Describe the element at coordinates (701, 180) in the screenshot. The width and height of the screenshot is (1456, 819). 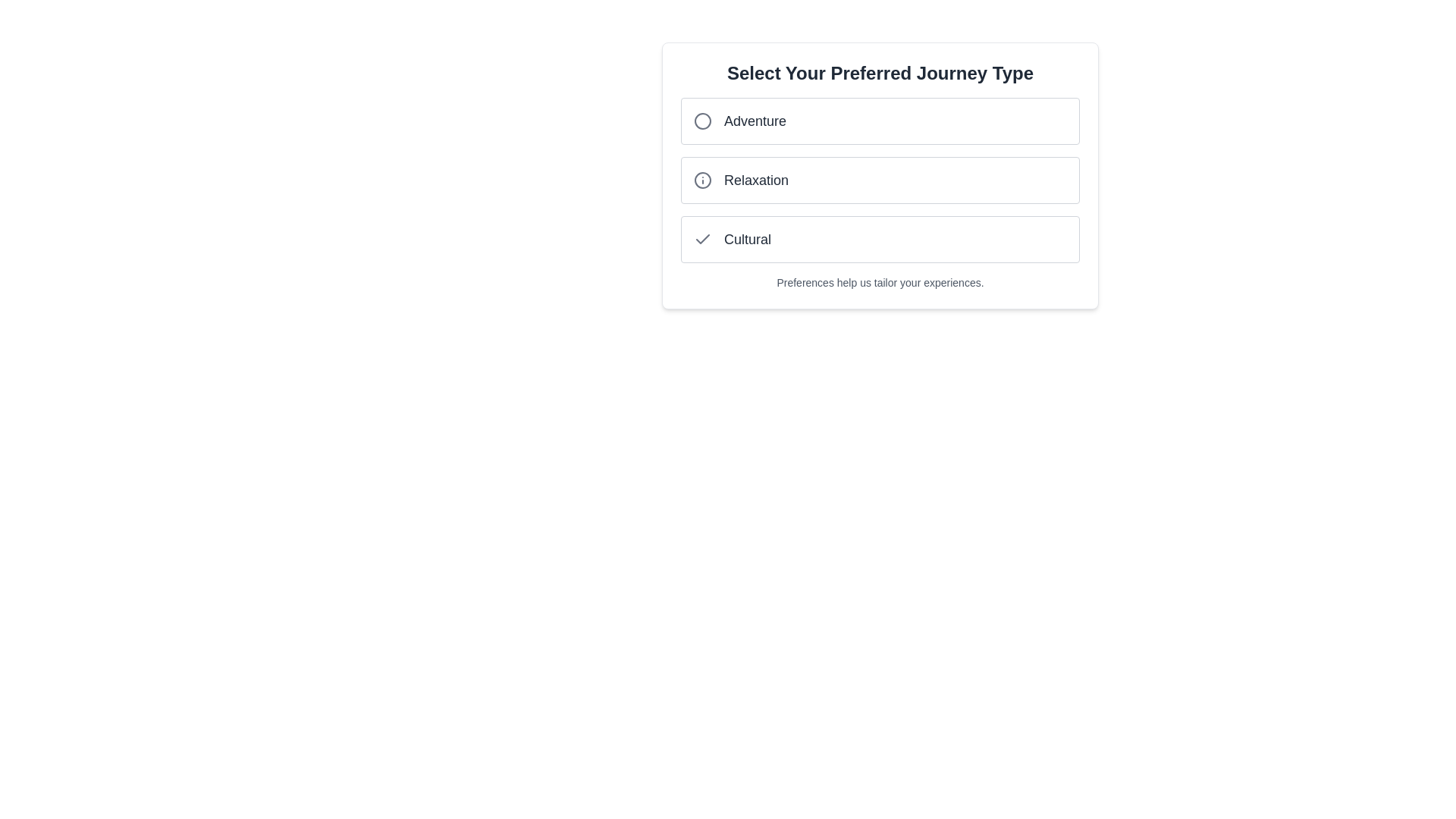
I see `the circular outlined info icon located to the left of the 'Relaxation' text within the second selection card` at that location.